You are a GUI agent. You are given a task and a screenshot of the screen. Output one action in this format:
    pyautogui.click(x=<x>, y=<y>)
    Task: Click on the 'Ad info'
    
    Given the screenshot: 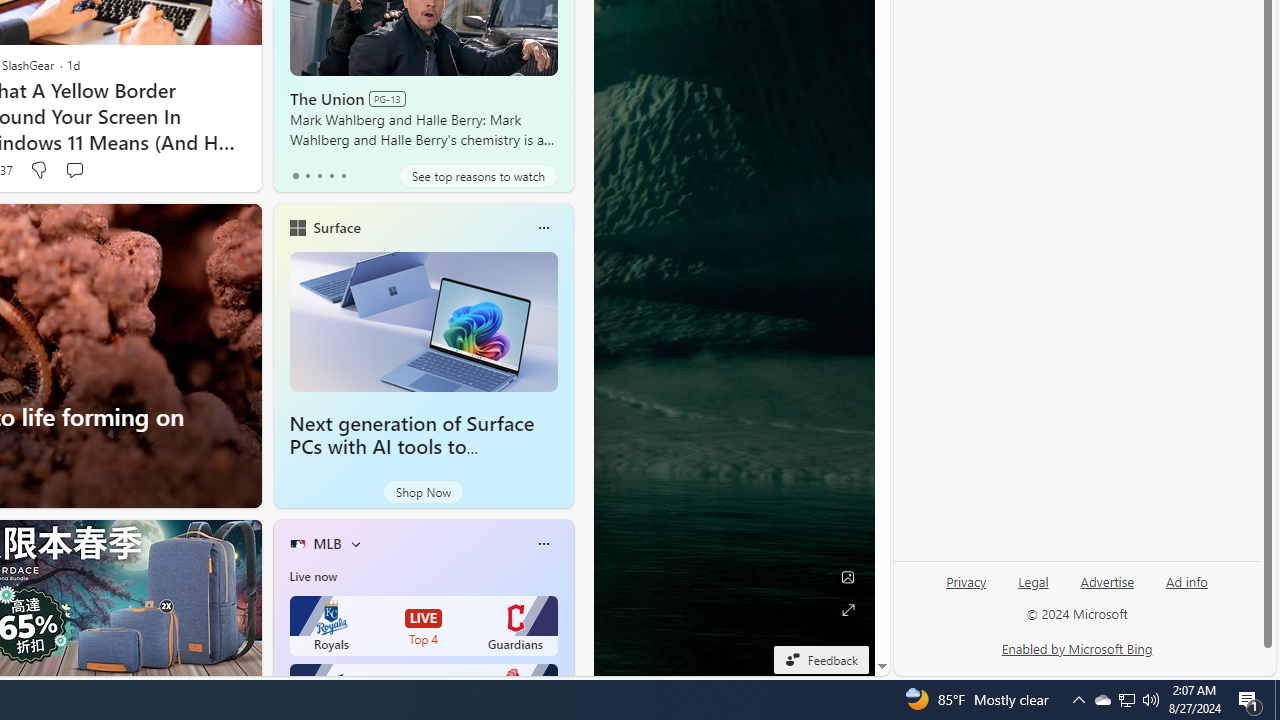 What is the action you would take?
    pyautogui.click(x=1187, y=582)
    